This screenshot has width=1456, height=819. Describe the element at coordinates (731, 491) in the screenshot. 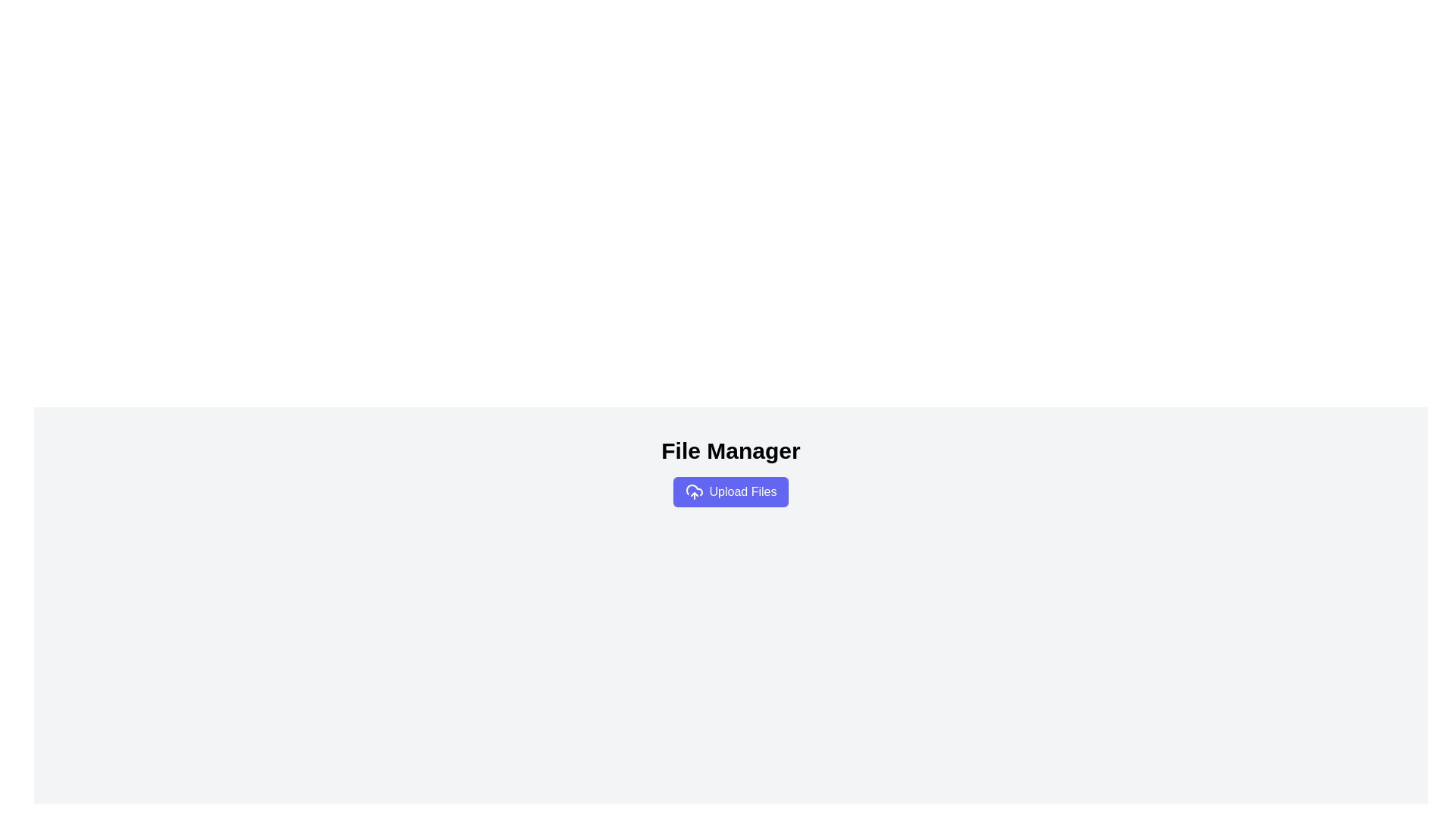

I see `the 'Upload Files' button` at that location.